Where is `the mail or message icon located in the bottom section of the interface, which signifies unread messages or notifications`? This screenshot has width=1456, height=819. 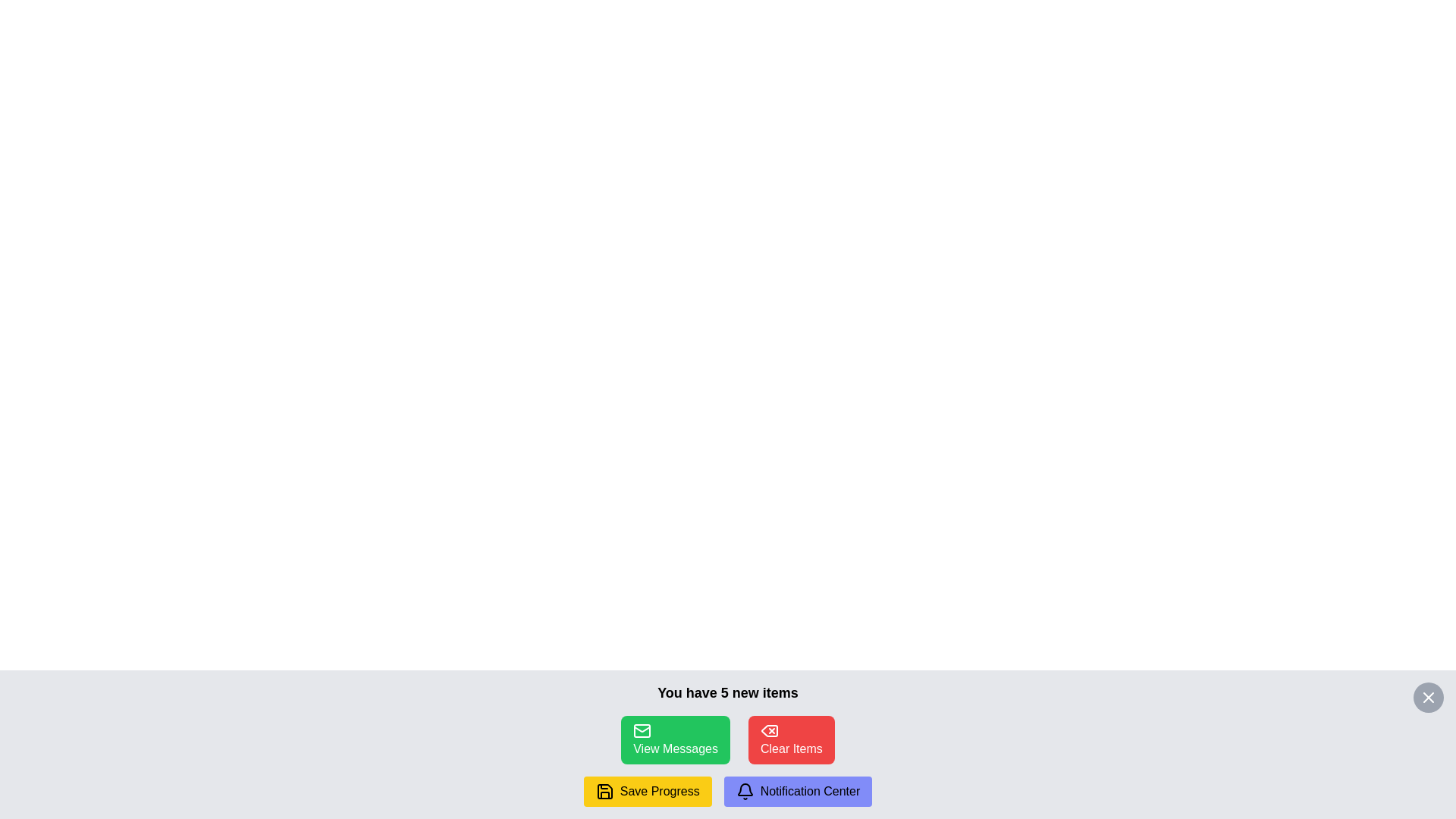
the mail or message icon located in the bottom section of the interface, which signifies unread messages or notifications is located at coordinates (642, 730).